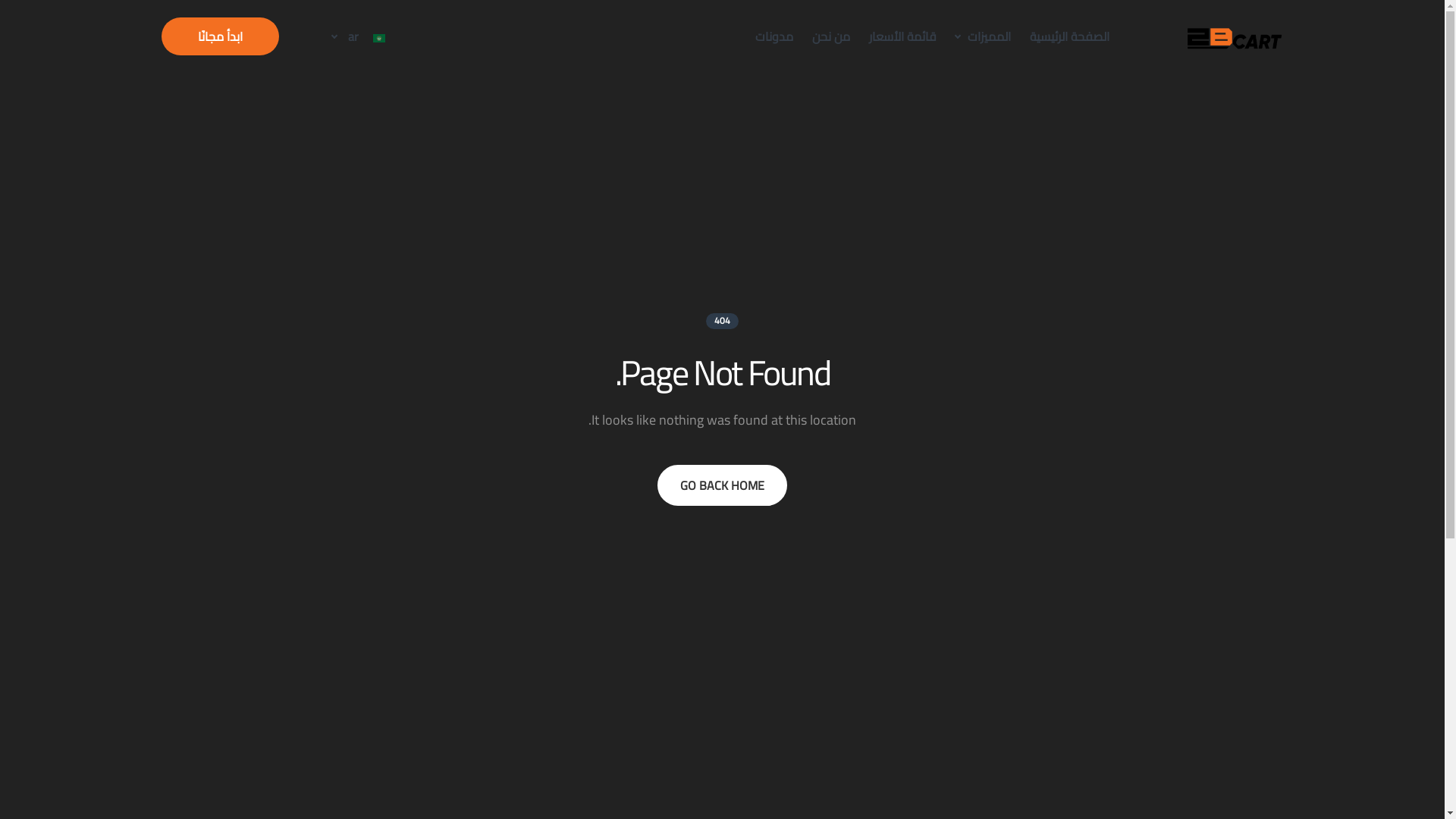  Describe the element at coordinates (721, 485) in the screenshot. I see `'GO BACK HOME'` at that location.